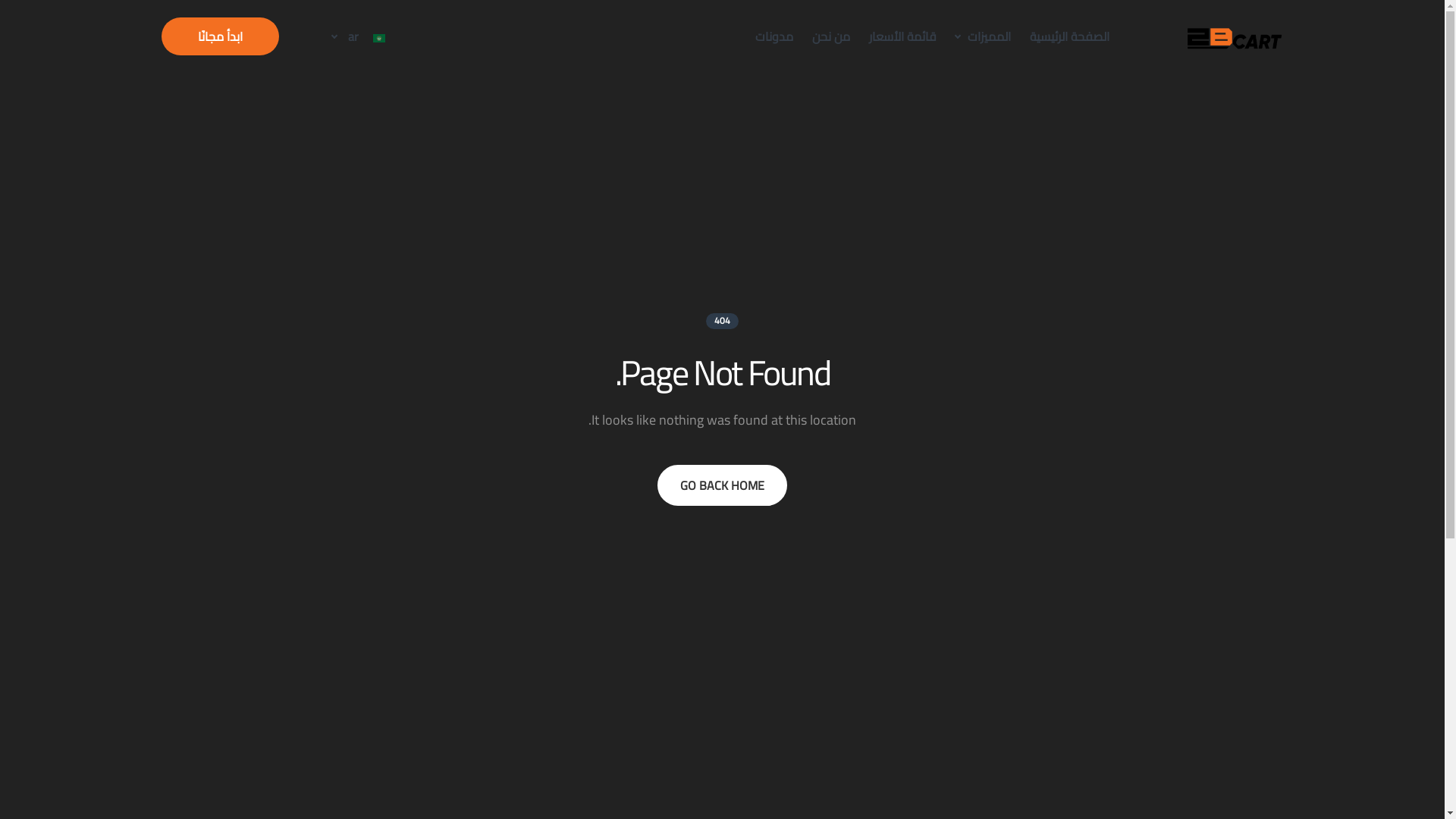  Describe the element at coordinates (721, 485) in the screenshot. I see `'GO BACK HOME'` at that location.